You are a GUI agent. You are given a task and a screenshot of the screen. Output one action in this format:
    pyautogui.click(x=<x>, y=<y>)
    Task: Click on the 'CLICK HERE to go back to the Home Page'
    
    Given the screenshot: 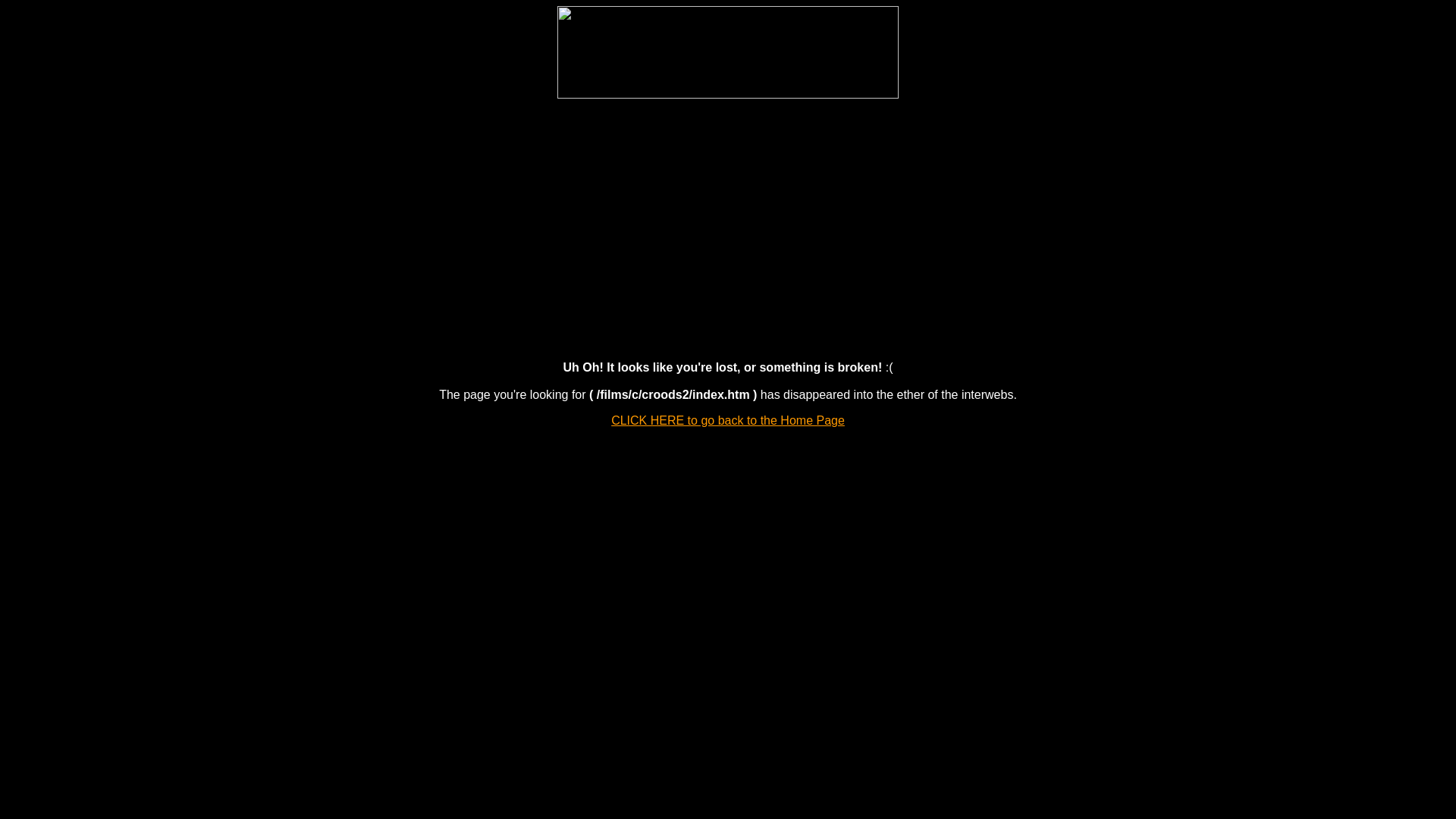 What is the action you would take?
    pyautogui.click(x=728, y=420)
    